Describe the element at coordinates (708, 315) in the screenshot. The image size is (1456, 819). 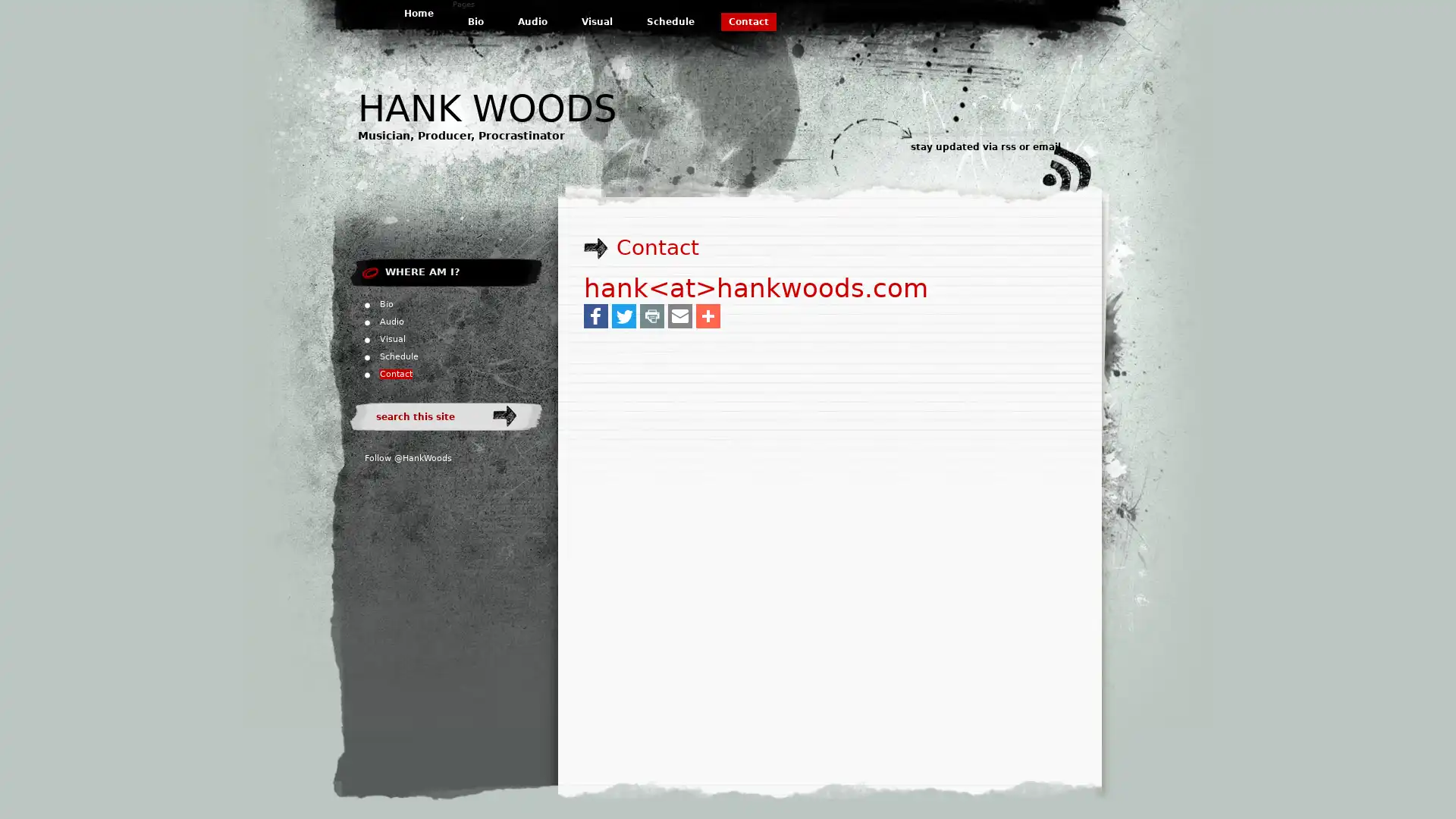
I see `Share to More` at that location.